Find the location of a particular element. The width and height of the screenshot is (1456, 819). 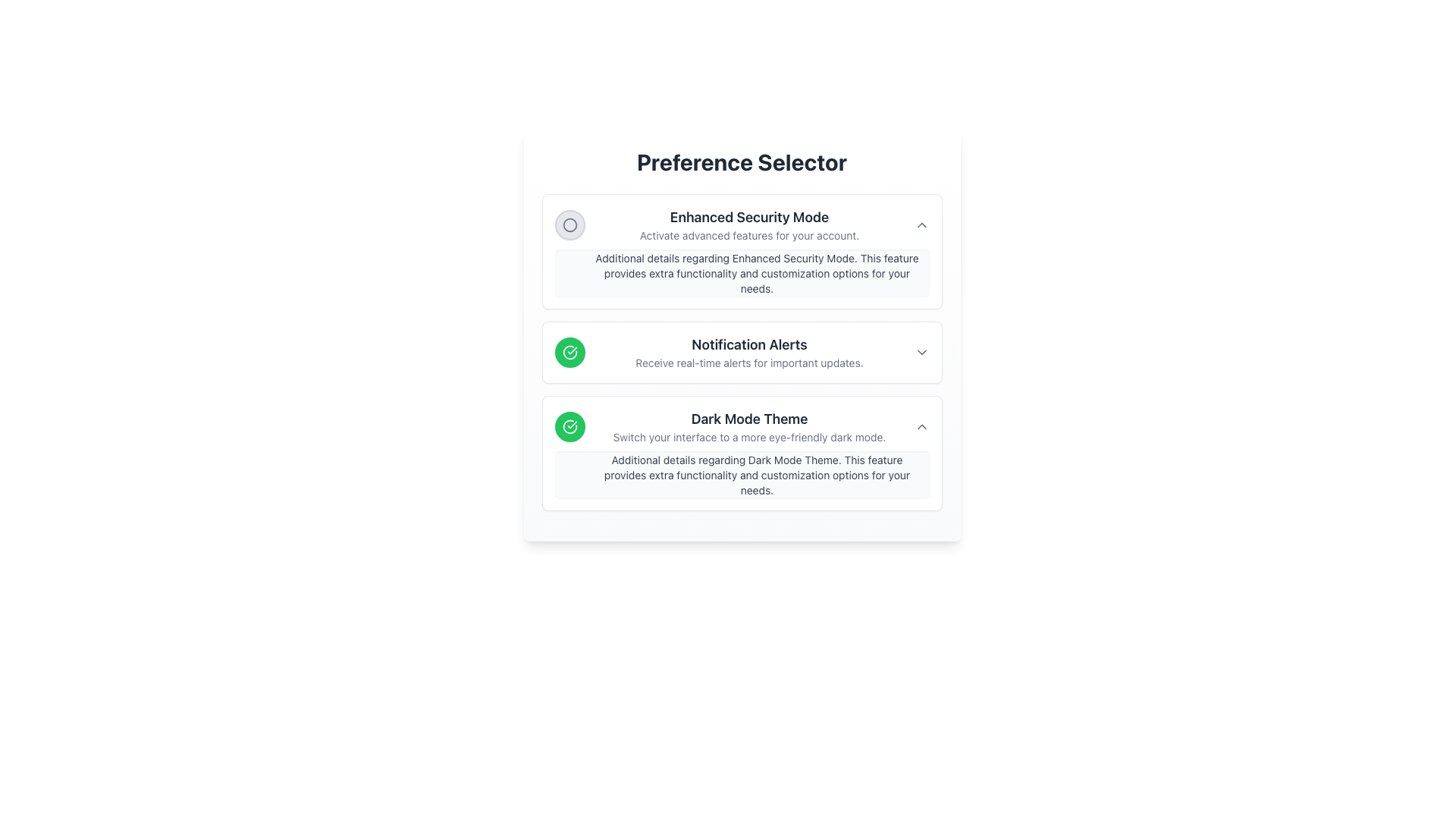

the circular checkmark icon with a green background, indicating success, located in the 'Preference Selector' section under 'Notification Alerts' is located at coordinates (569, 353).